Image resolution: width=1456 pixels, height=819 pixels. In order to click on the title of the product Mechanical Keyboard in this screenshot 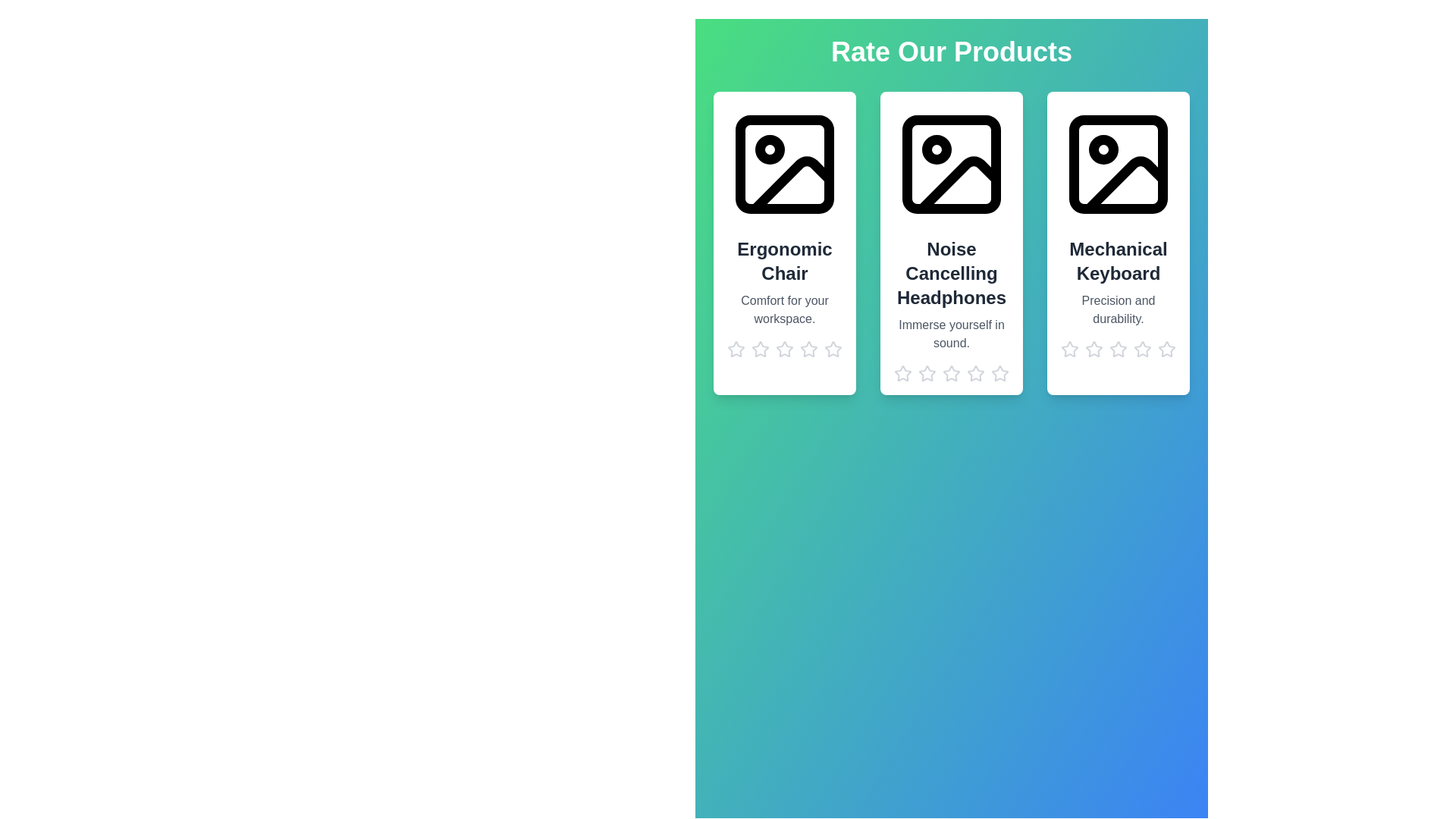, I will do `click(1118, 260)`.